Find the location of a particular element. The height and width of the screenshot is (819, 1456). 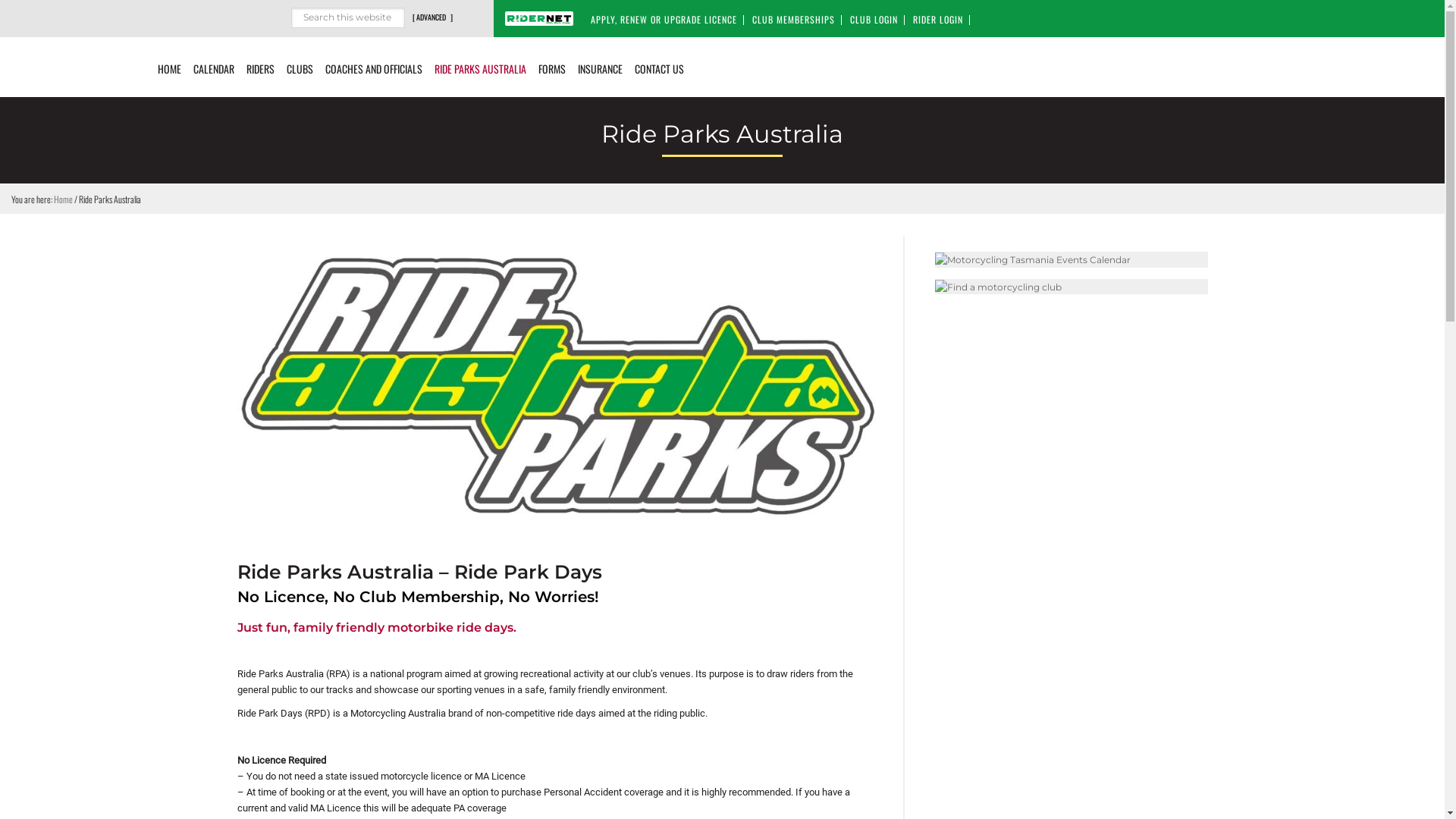

'Skip to primary navigation' is located at coordinates (0, 0).